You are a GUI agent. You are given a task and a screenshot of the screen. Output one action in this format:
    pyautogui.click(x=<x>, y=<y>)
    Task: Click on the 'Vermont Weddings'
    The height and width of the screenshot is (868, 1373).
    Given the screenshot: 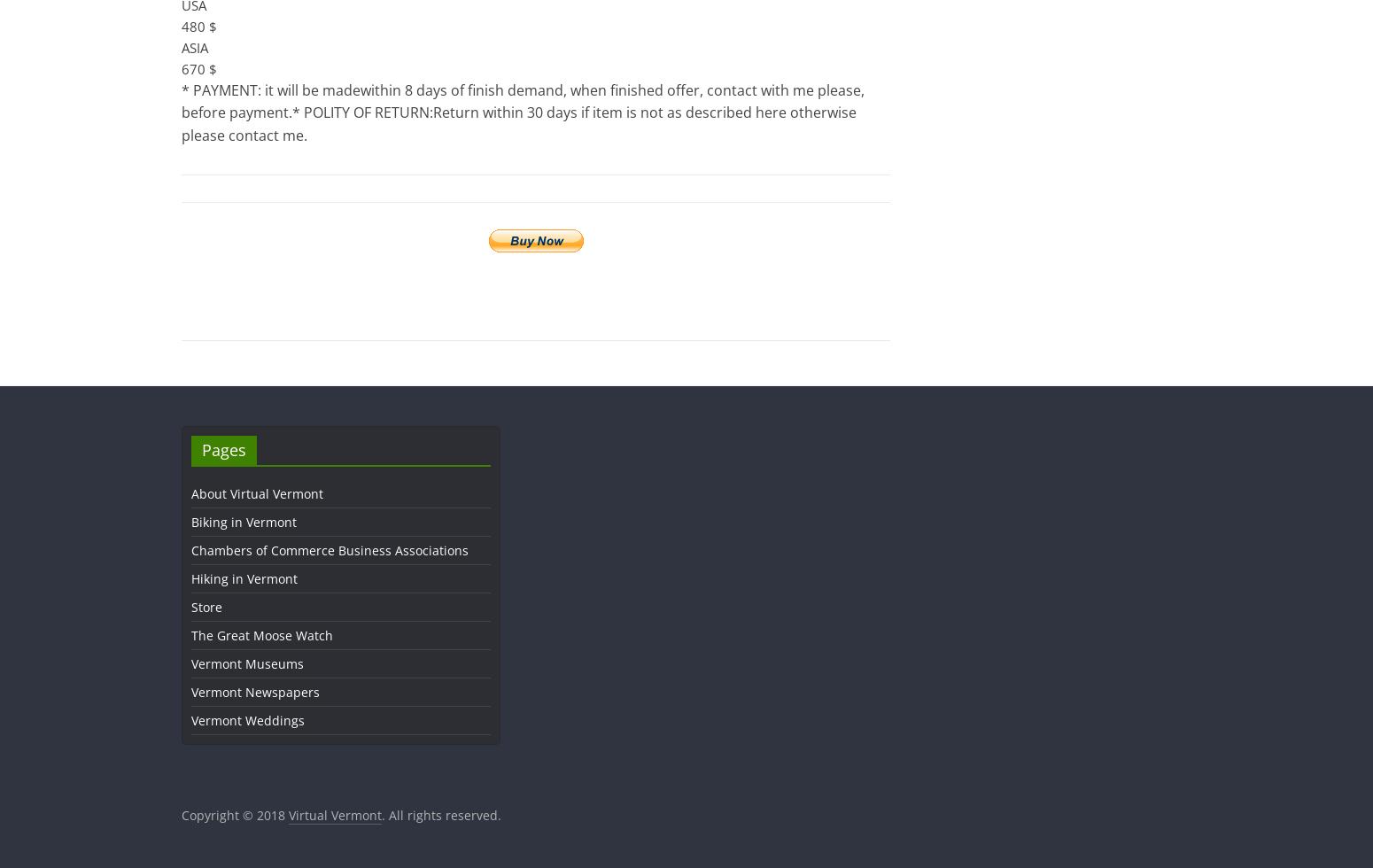 What is the action you would take?
    pyautogui.click(x=190, y=720)
    